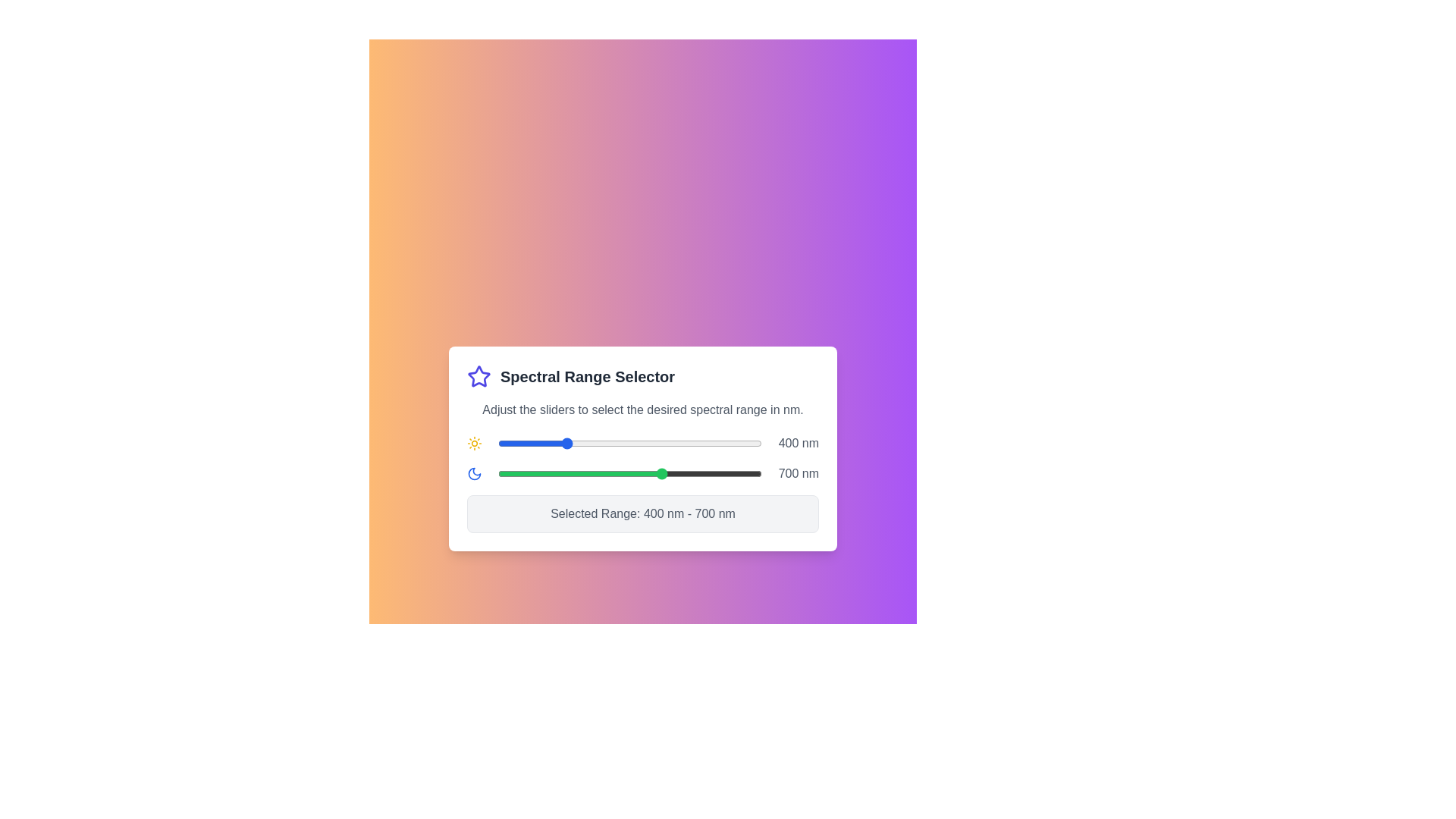  Describe the element at coordinates (668, 472) in the screenshot. I see `the end slider to set the upper limit of the spectral range to 717 nm` at that location.